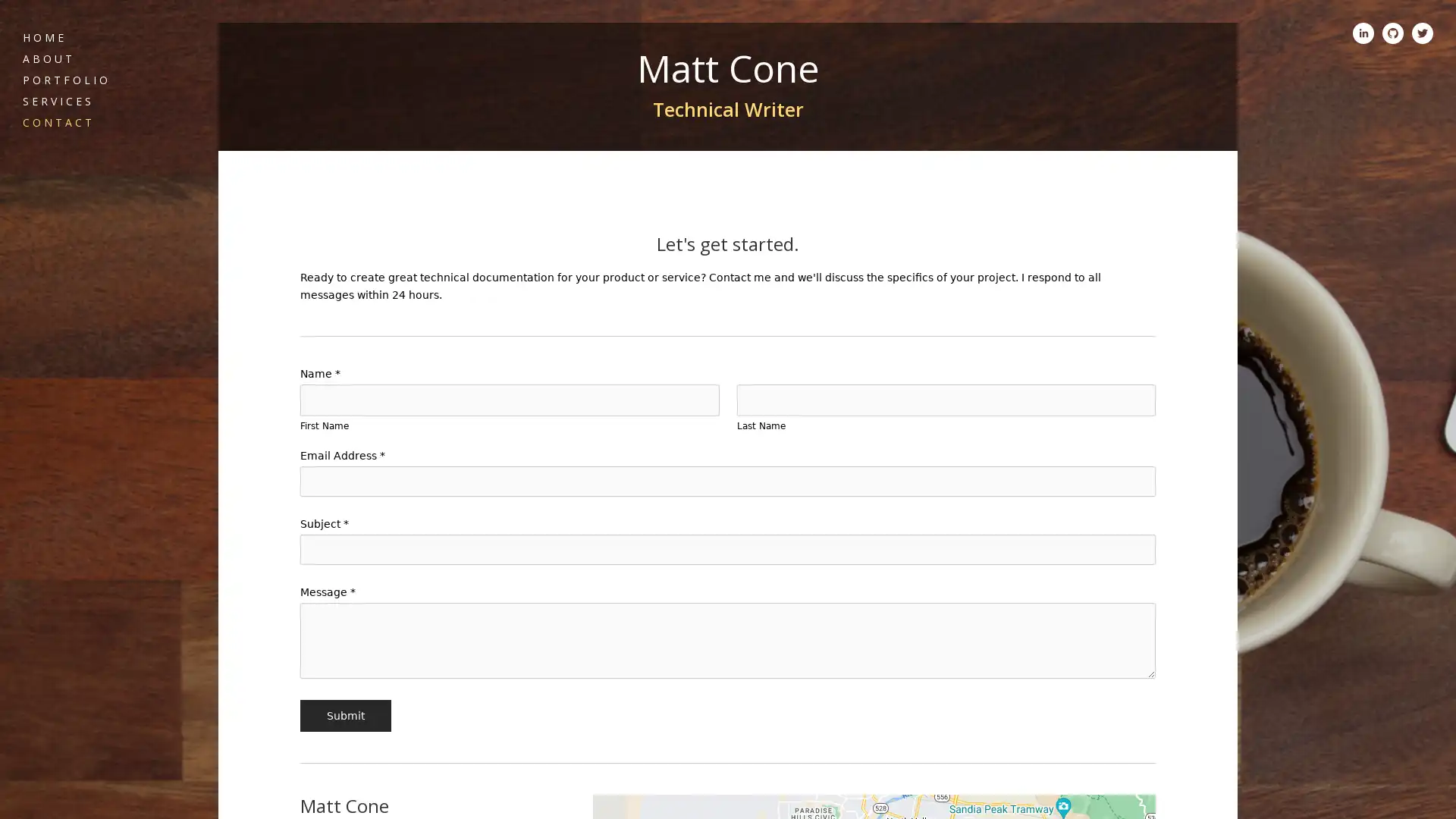 The image size is (1456, 819). What do you see at coordinates (344, 716) in the screenshot?
I see `Submit` at bounding box center [344, 716].